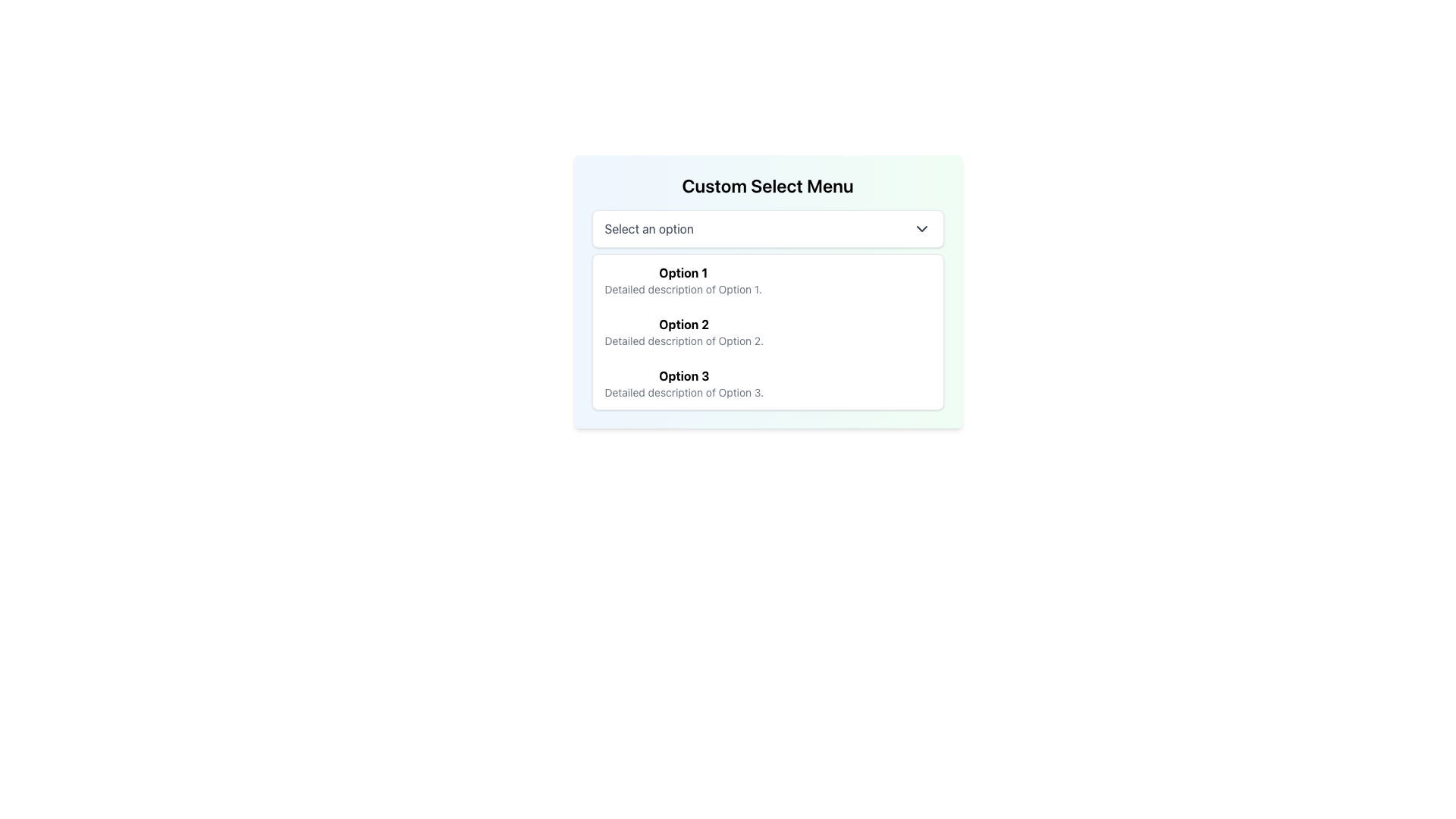  What do you see at coordinates (767, 228) in the screenshot?
I see `the dropdown button labeled 'Select an option'` at bounding box center [767, 228].